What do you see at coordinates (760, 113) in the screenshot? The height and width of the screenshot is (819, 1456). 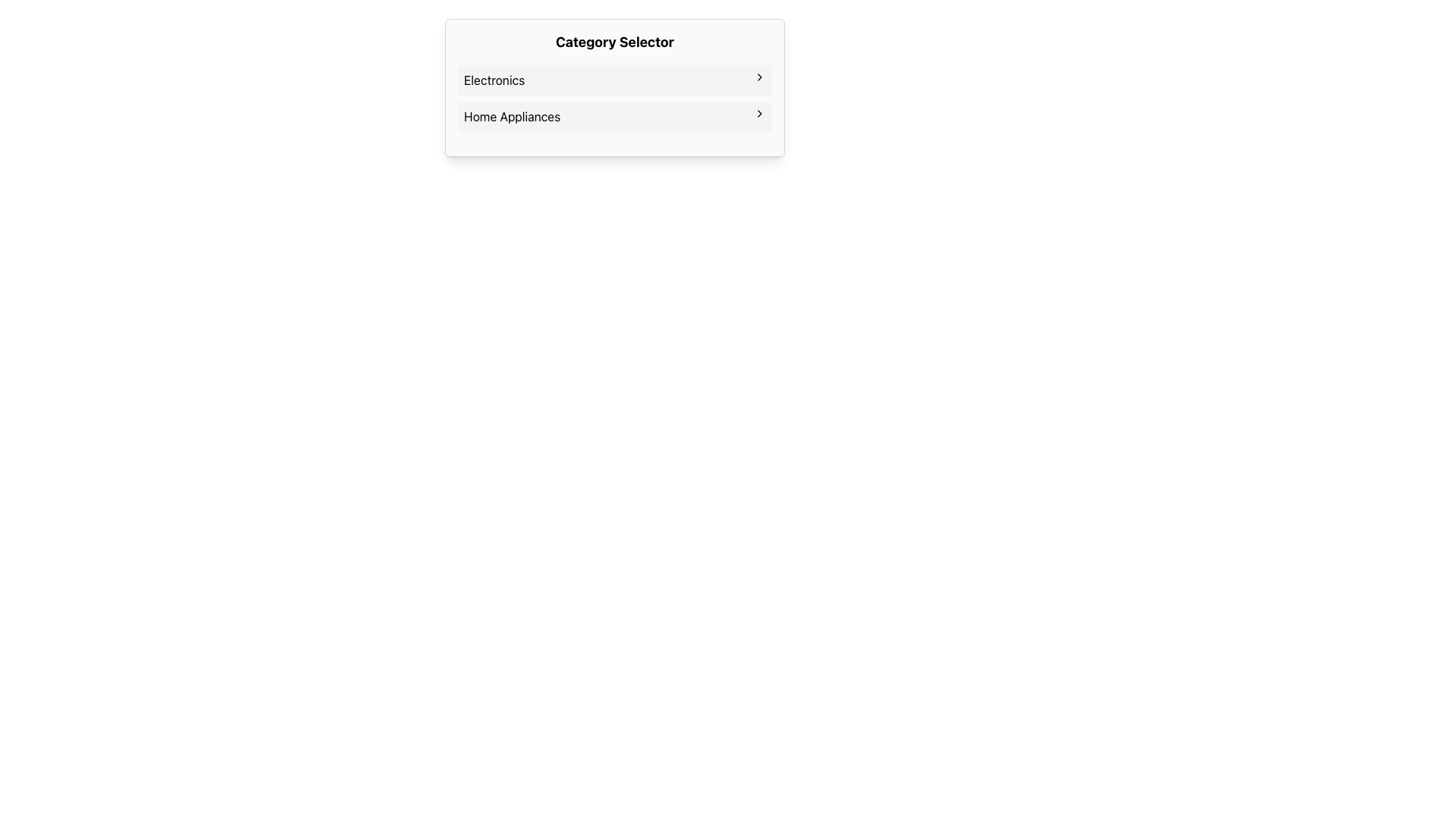 I see `the chevron icon located on the right side of the 'Home Appliances' menu item` at bounding box center [760, 113].